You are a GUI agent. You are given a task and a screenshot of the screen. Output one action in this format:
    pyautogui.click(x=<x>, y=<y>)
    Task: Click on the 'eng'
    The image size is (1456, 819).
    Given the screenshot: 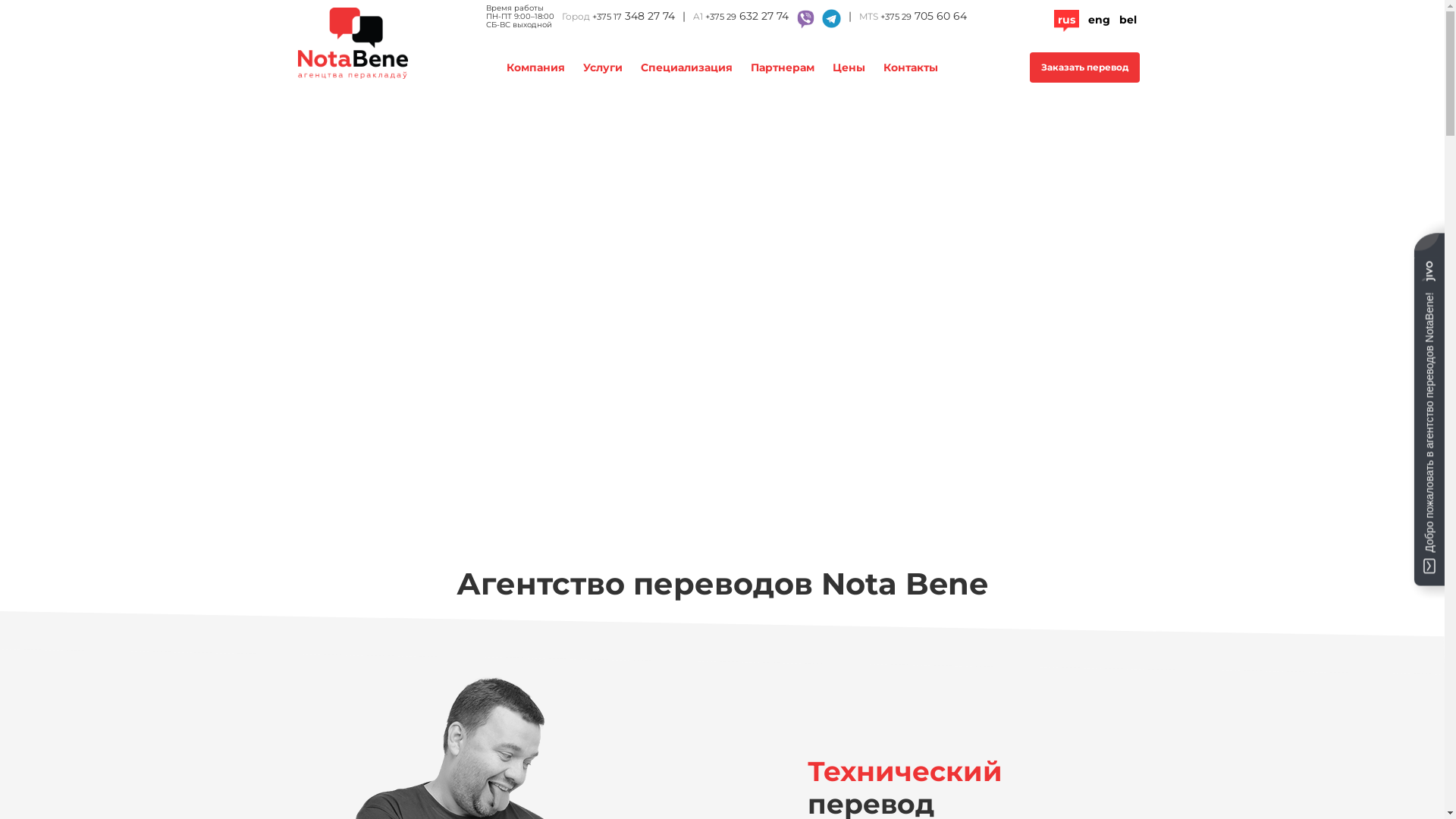 What is the action you would take?
    pyautogui.click(x=1087, y=20)
    